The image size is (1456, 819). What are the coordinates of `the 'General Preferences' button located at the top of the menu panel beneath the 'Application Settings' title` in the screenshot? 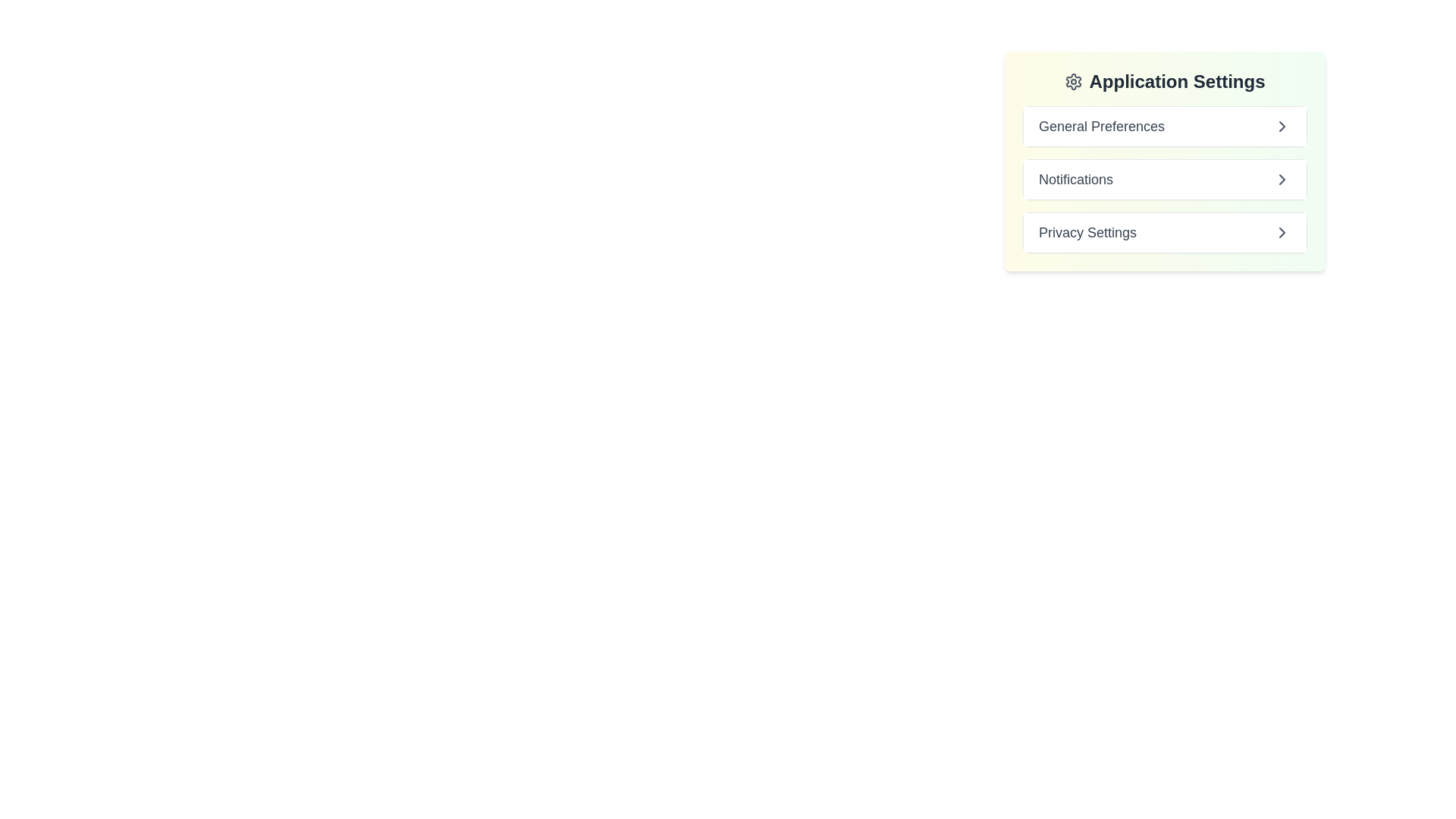 It's located at (1164, 125).